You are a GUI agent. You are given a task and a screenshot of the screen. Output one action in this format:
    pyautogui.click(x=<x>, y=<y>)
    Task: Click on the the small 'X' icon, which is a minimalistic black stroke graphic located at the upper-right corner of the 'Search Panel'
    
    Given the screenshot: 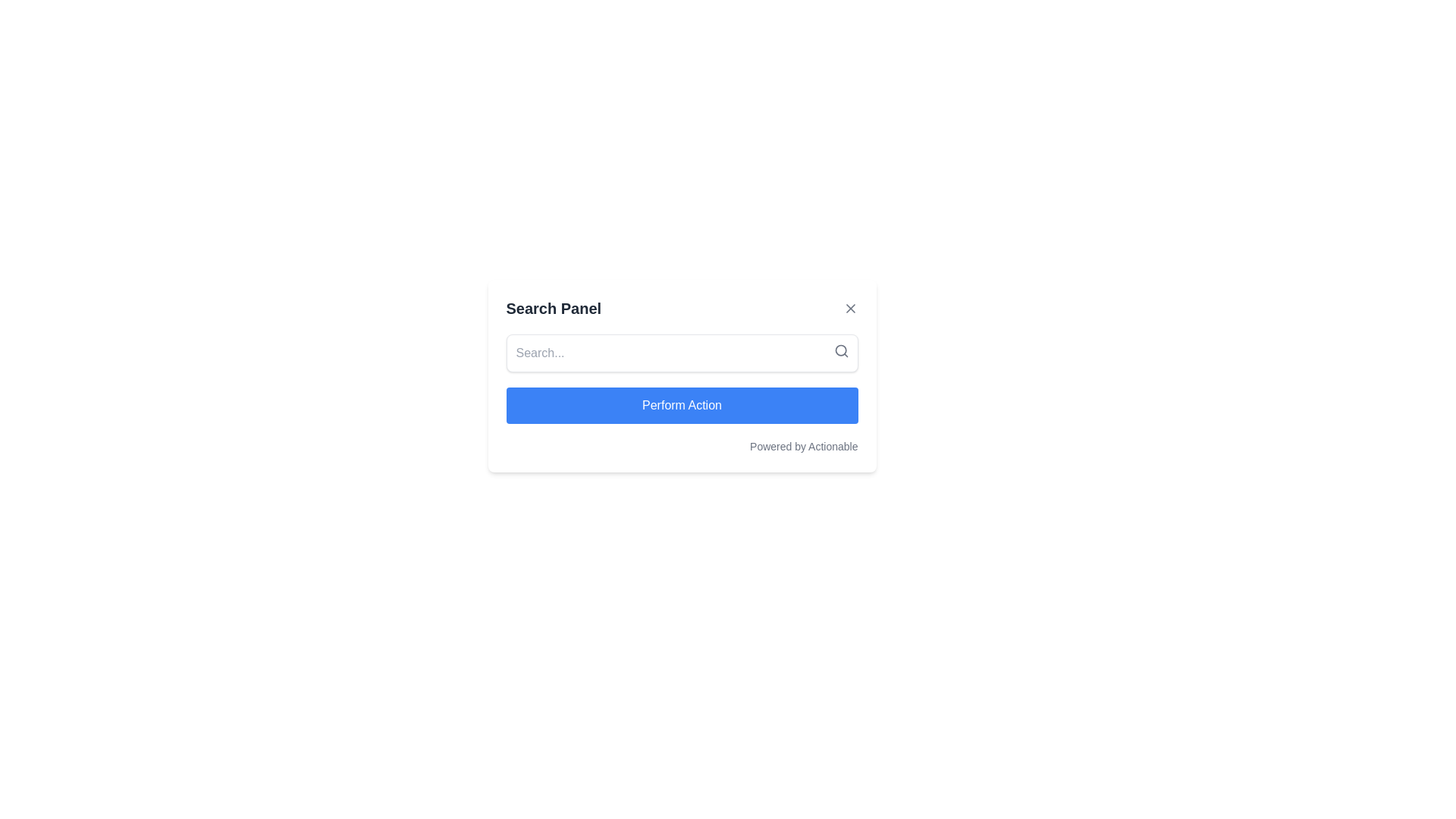 What is the action you would take?
    pyautogui.click(x=850, y=308)
    